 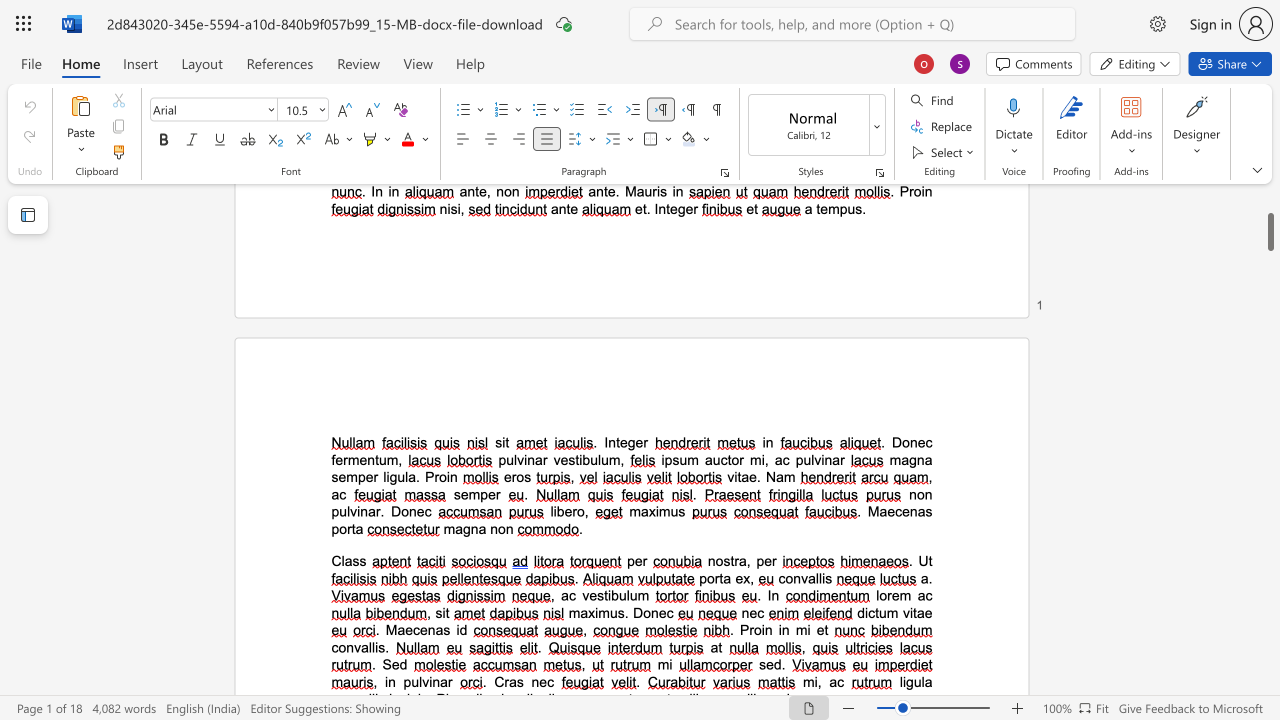 What do you see at coordinates (346, 528) in the screenshot?
I see `the space between the continuous character "o" and "r" in the text` at bounding box center [346, 528].